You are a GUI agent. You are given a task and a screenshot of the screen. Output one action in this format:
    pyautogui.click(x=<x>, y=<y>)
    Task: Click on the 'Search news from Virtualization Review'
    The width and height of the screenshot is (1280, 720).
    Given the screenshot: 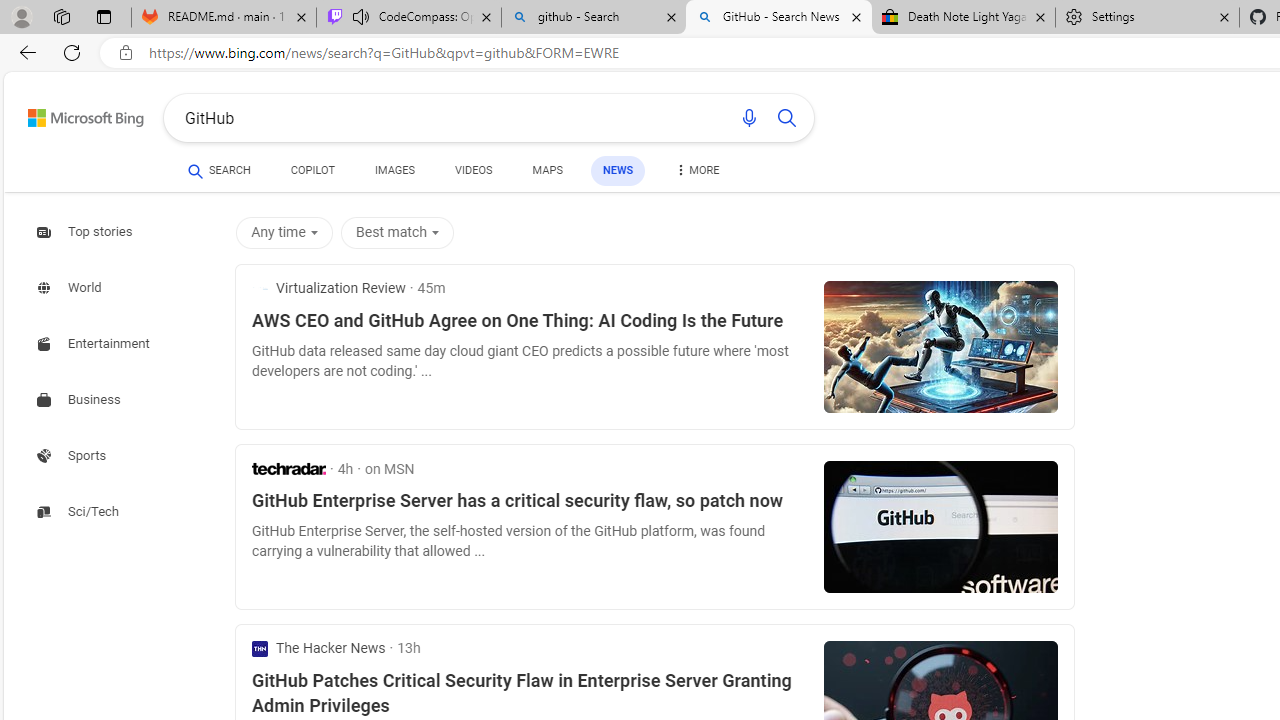 What is the action you would take?
    pyautogui.click(x=328, y=288)
    